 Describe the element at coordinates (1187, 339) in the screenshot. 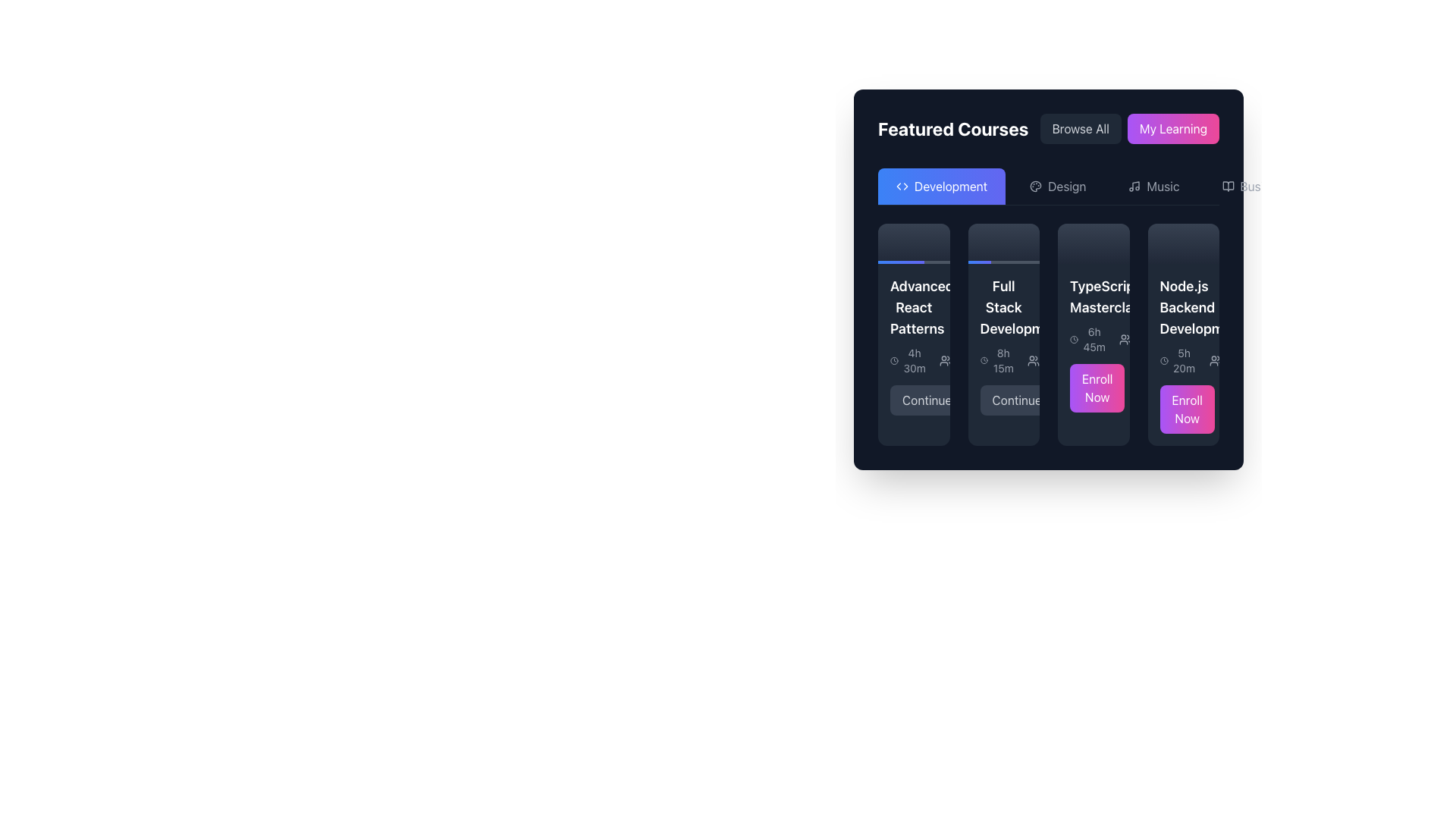

I see `the user rating or score text and icon combination located at the bottom-right corner of the fifth course card in the 'Featured Courses' section` at that location.